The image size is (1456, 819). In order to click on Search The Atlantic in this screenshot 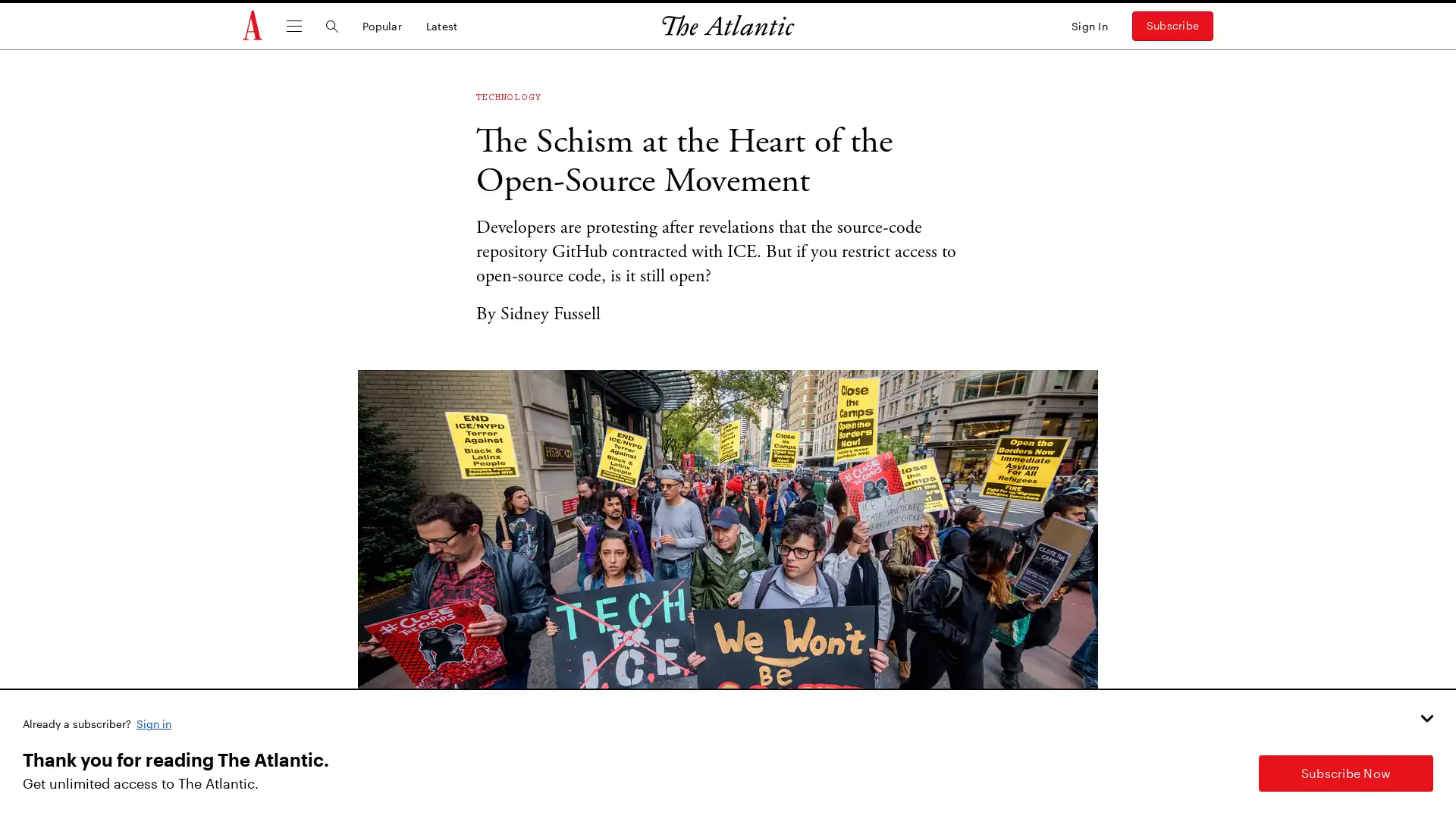, I will do `click(331, 26)`.